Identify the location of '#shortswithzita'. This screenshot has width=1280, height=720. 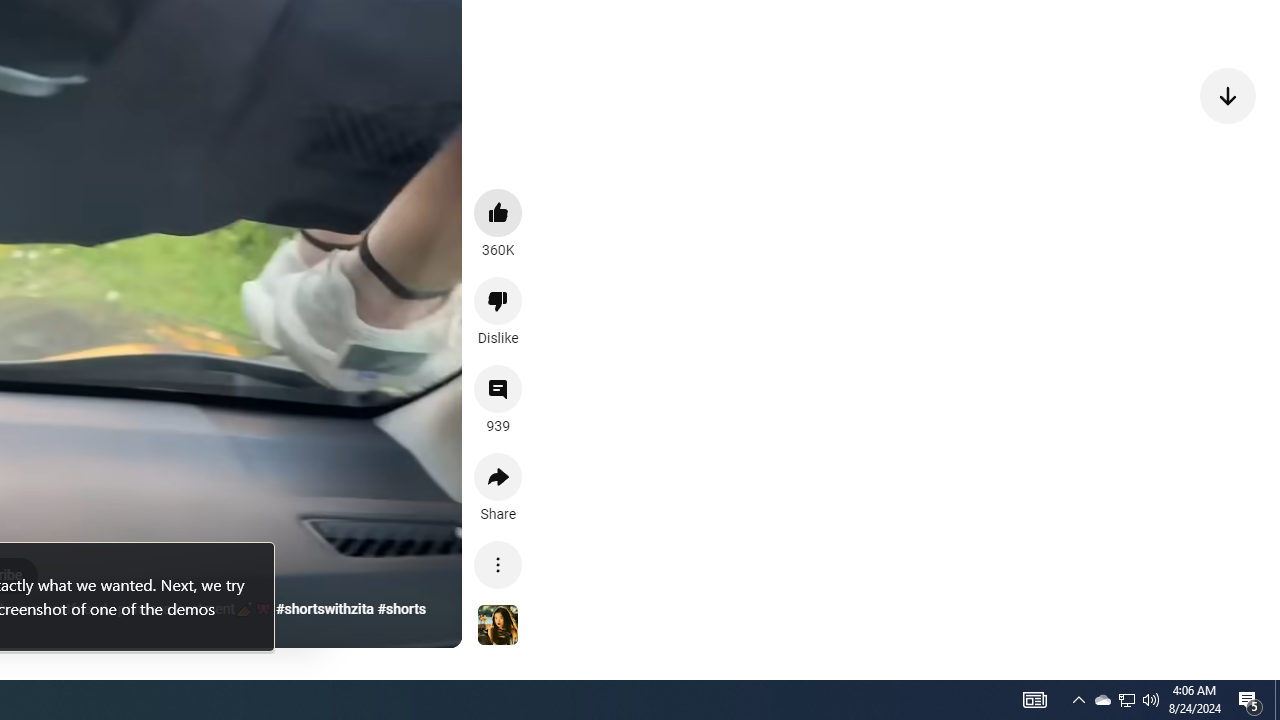
(324, 608).